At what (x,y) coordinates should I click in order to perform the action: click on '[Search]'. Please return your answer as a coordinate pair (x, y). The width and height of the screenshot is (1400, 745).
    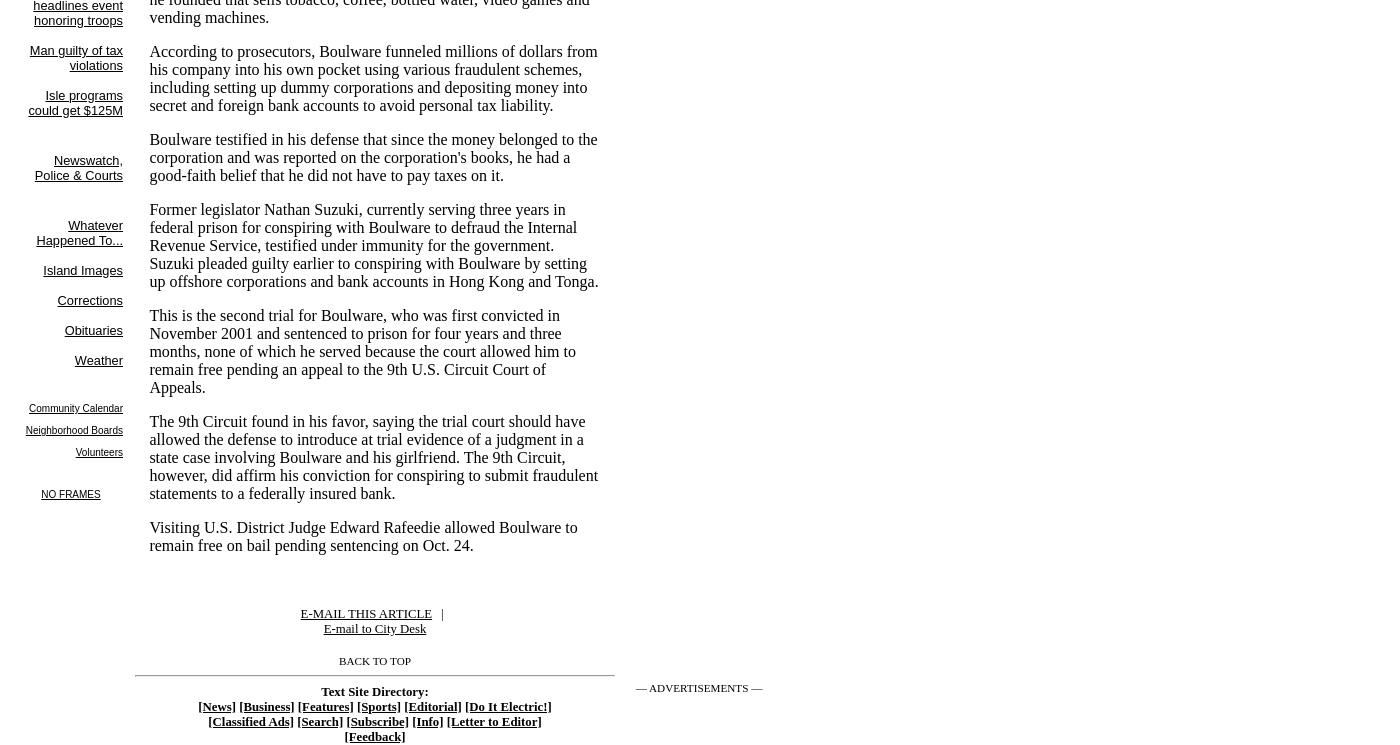
    Looking at the image, I should click on (296, 720).